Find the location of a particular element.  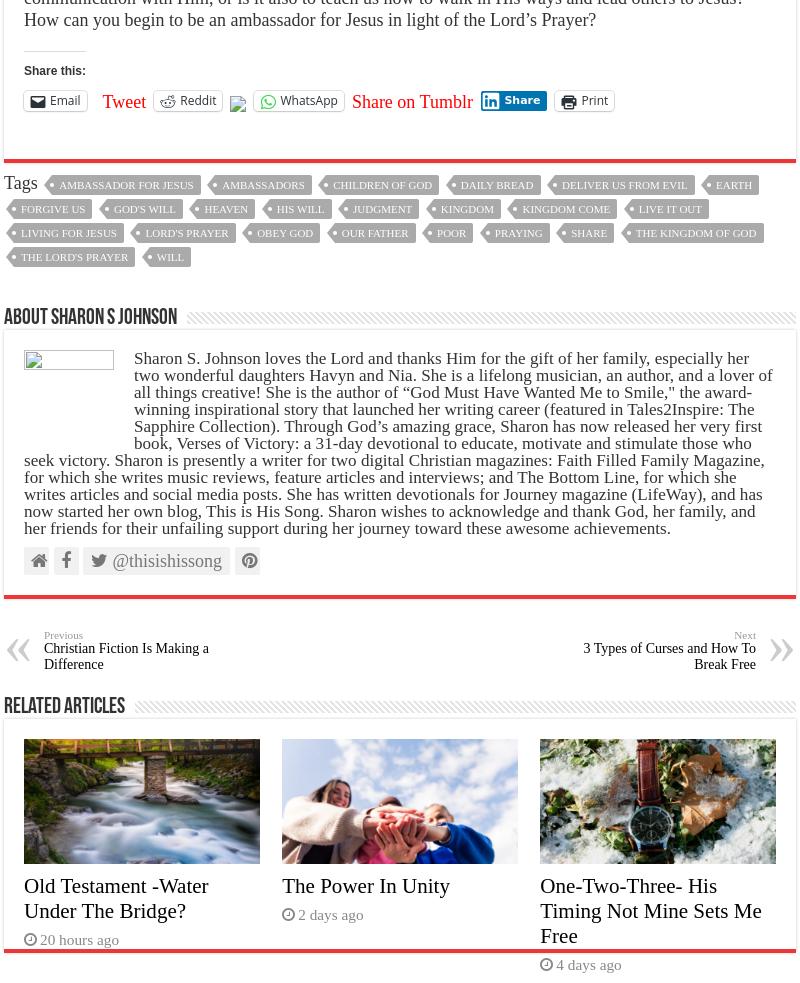

'3 Types of Curses and How To Break Free' is located at coordinates (669, 655).